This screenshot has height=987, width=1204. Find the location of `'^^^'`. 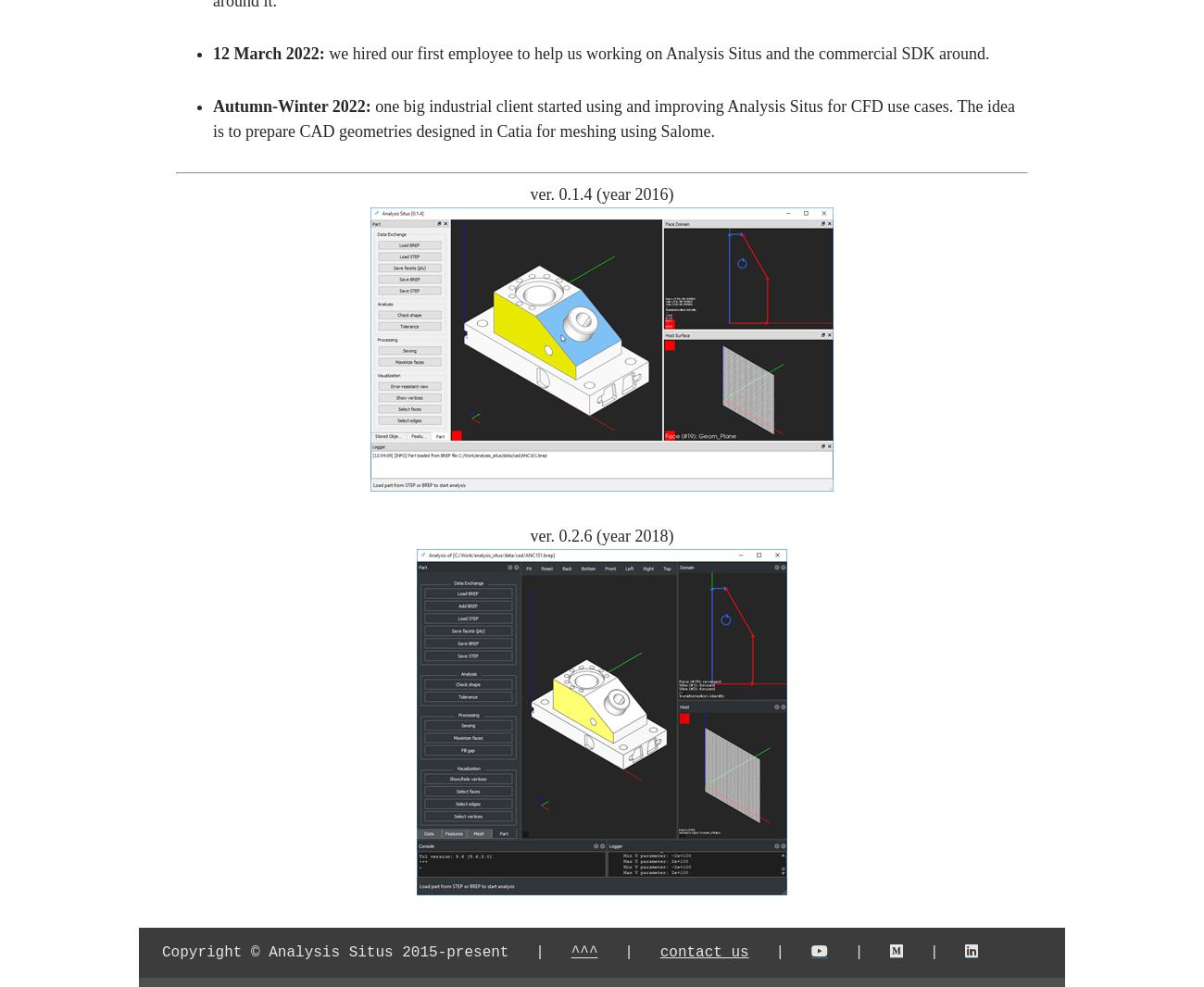

'^^^' is located at coordinates (583, 953).